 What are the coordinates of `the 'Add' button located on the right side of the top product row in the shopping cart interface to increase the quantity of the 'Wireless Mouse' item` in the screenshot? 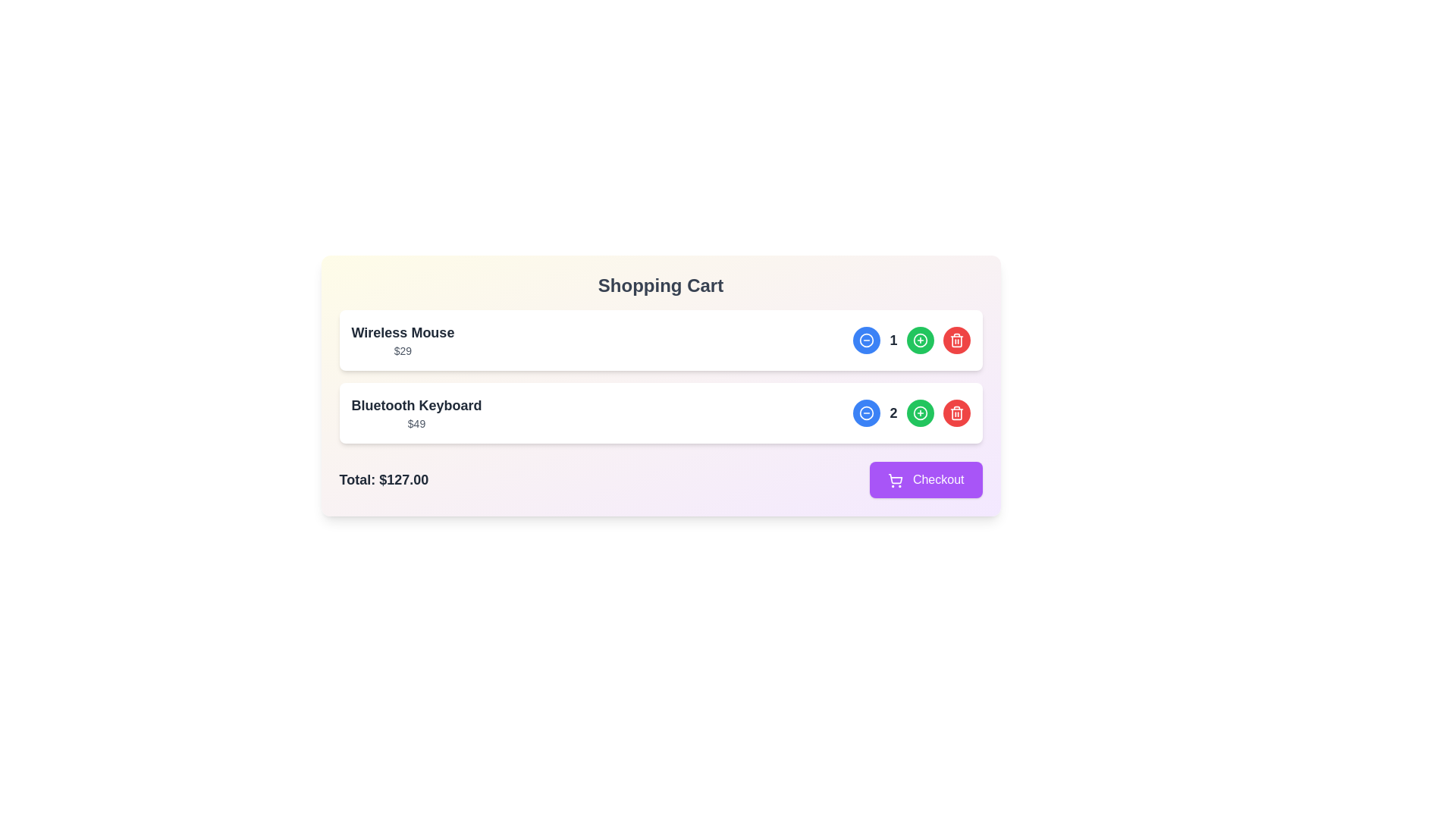 It's located at (919, 339).